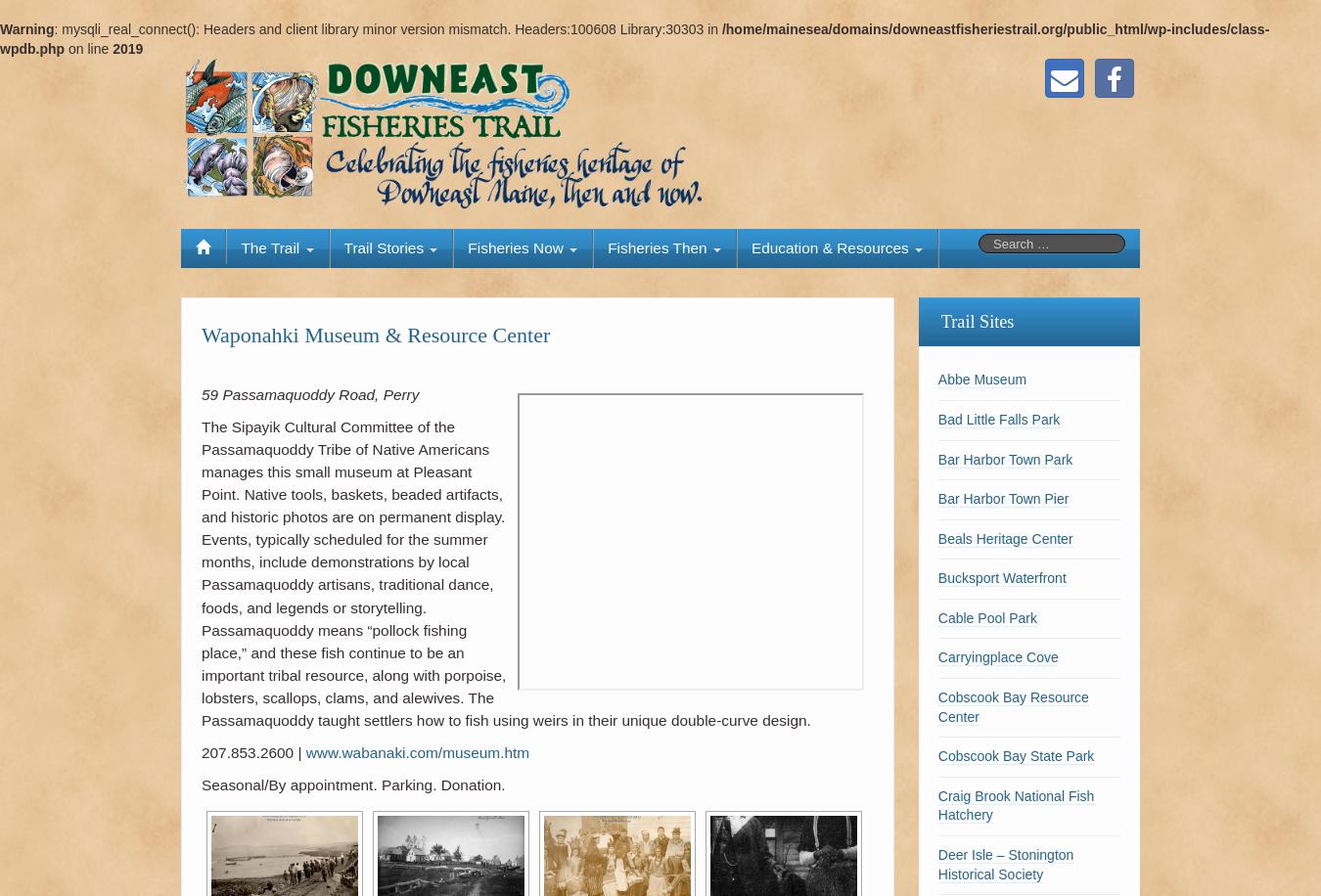 Image resolution: width=1321 pixels, height=896 pixels. What do you see at coordinates (1005, 863) in the screenshot?
I see `'Deer Isle – Stonington Historical Society'` at bounding box center [1005, 863].